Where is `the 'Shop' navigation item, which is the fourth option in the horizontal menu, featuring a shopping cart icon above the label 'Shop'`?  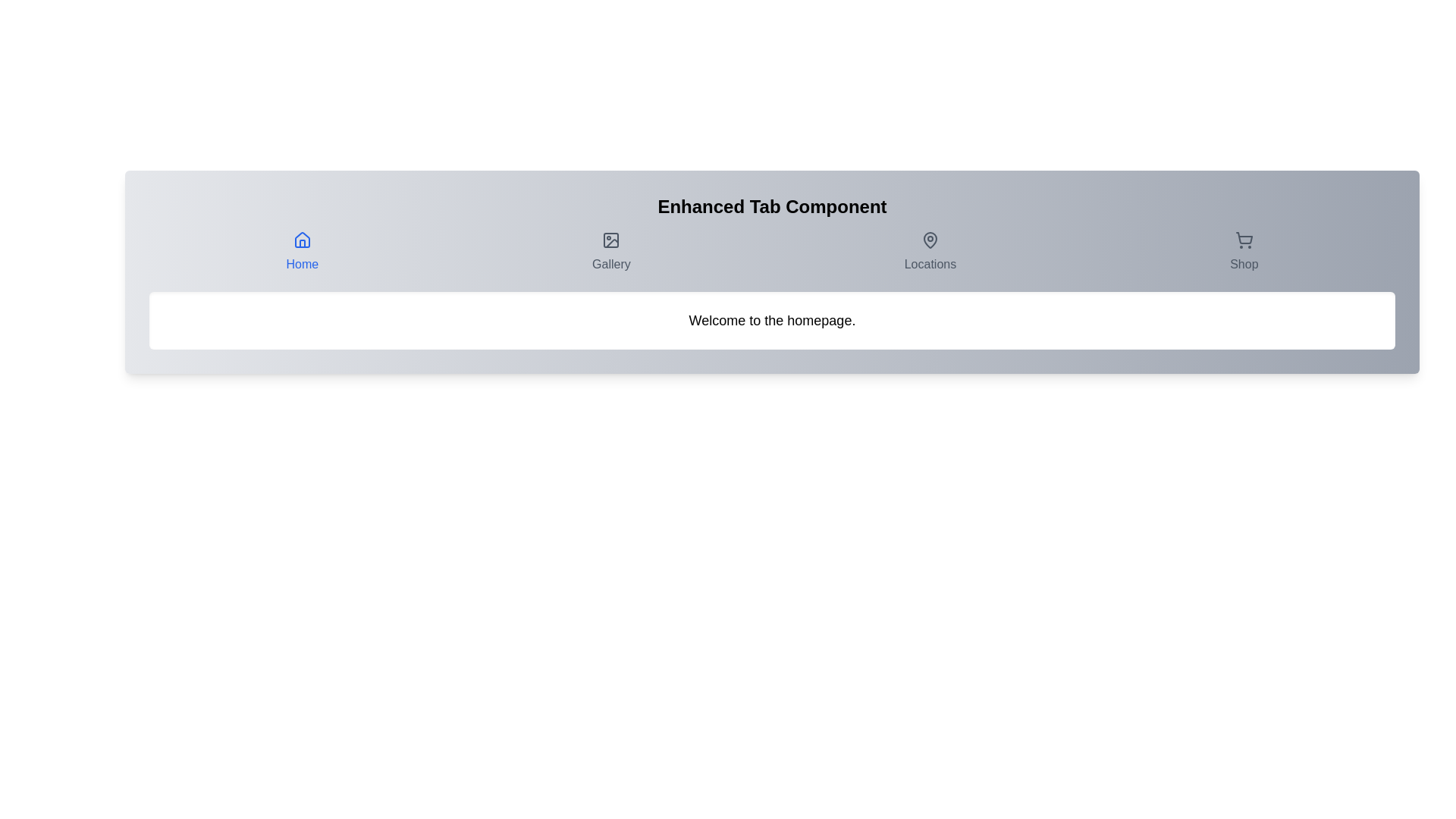
the 'Shop' navigation item, which is the fourth option in the horizontal menu, featuring a shopping cart icon above the label 'Shop' is located at coordinates (1244, 251).